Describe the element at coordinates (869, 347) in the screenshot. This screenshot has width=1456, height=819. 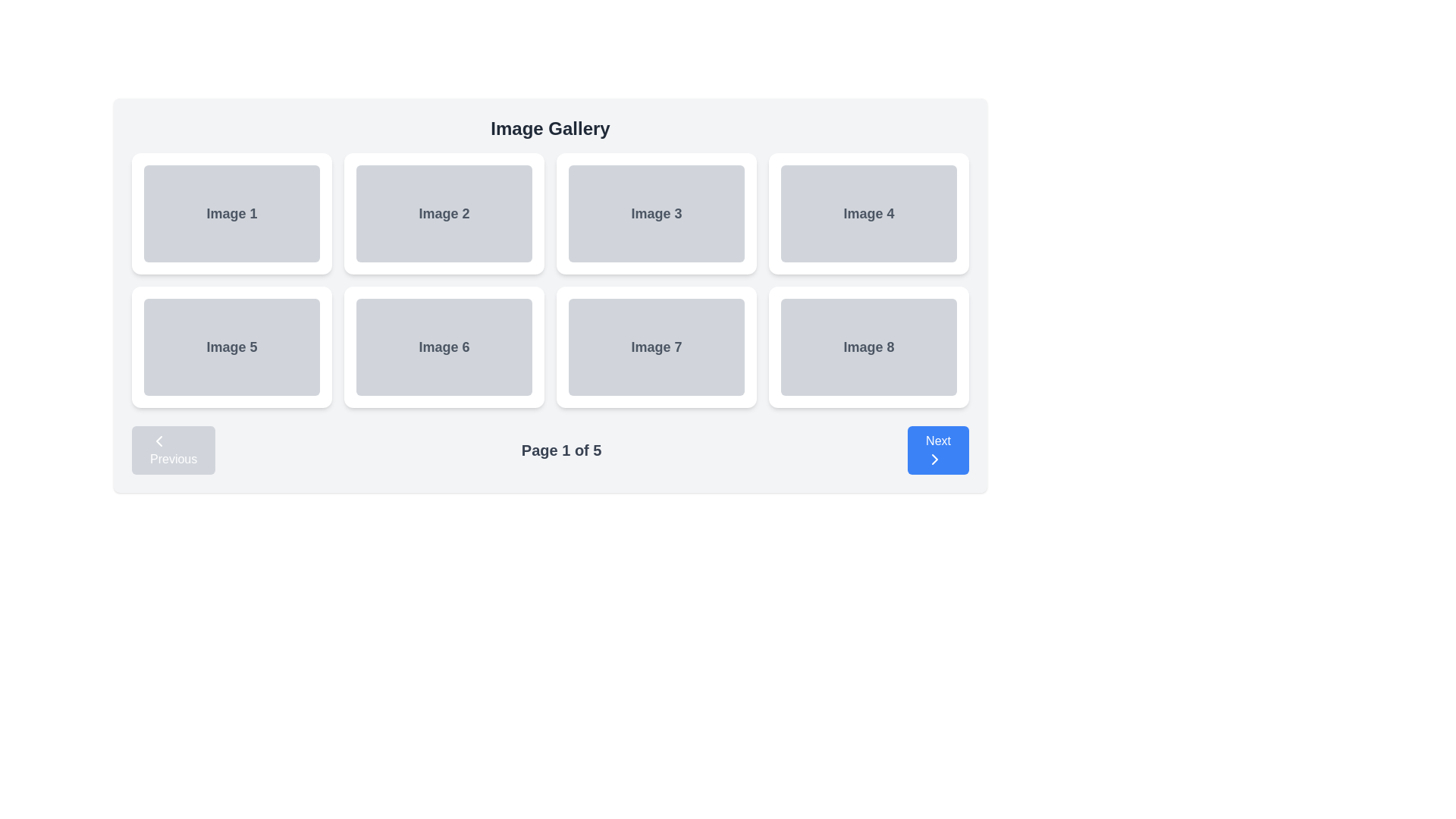
I see `the Gallery tile located in the second row and fourth column of the image gallery interface` at that location.